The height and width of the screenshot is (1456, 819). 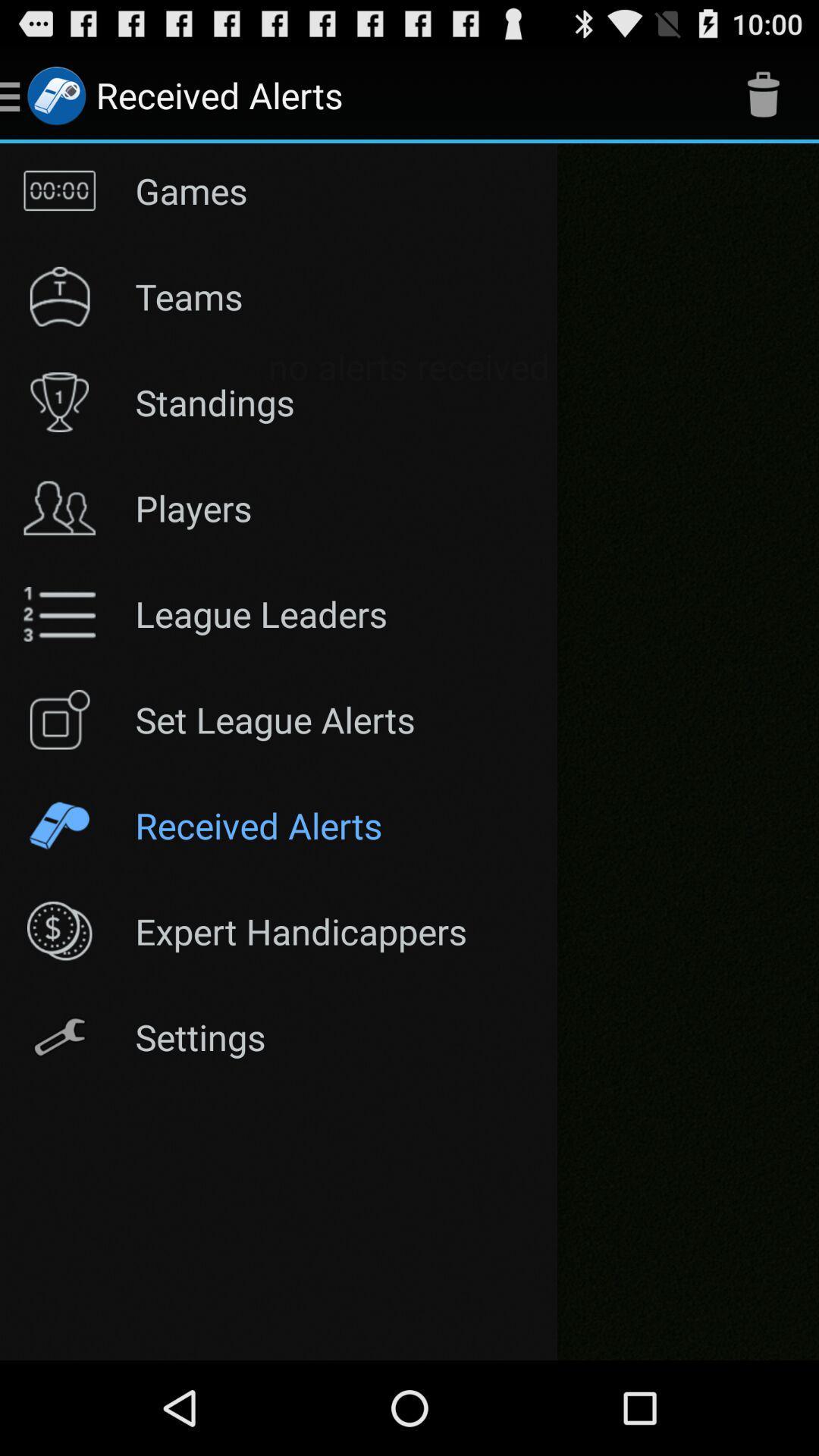 I want to click on the symbol beside received alerts, so click(x=763, y=94).